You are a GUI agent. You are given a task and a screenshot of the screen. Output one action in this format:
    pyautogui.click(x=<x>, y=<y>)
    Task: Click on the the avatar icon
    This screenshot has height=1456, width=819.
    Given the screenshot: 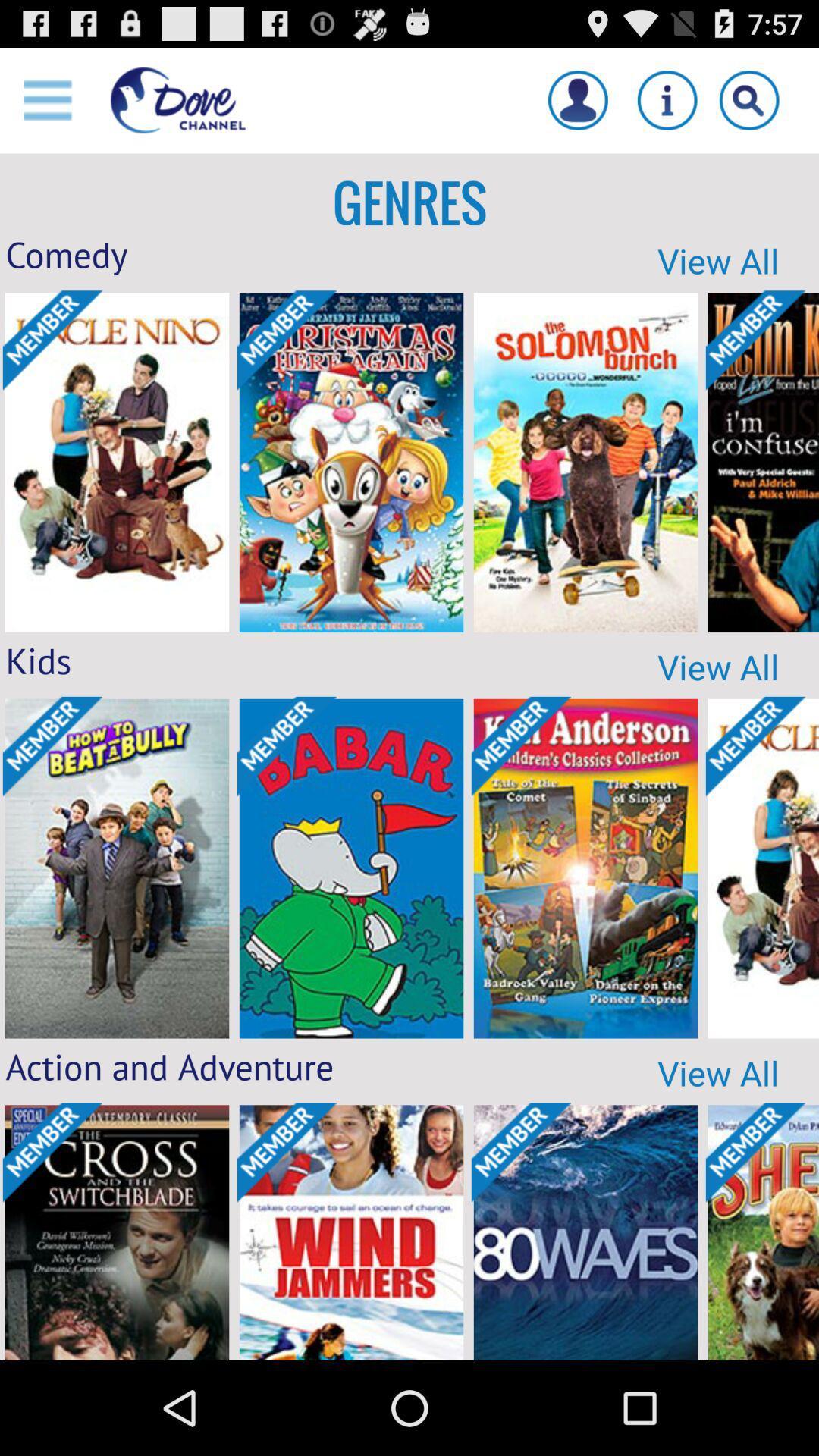 What is the action you would take?
    pyautogui.click(x=578, y=106)
    